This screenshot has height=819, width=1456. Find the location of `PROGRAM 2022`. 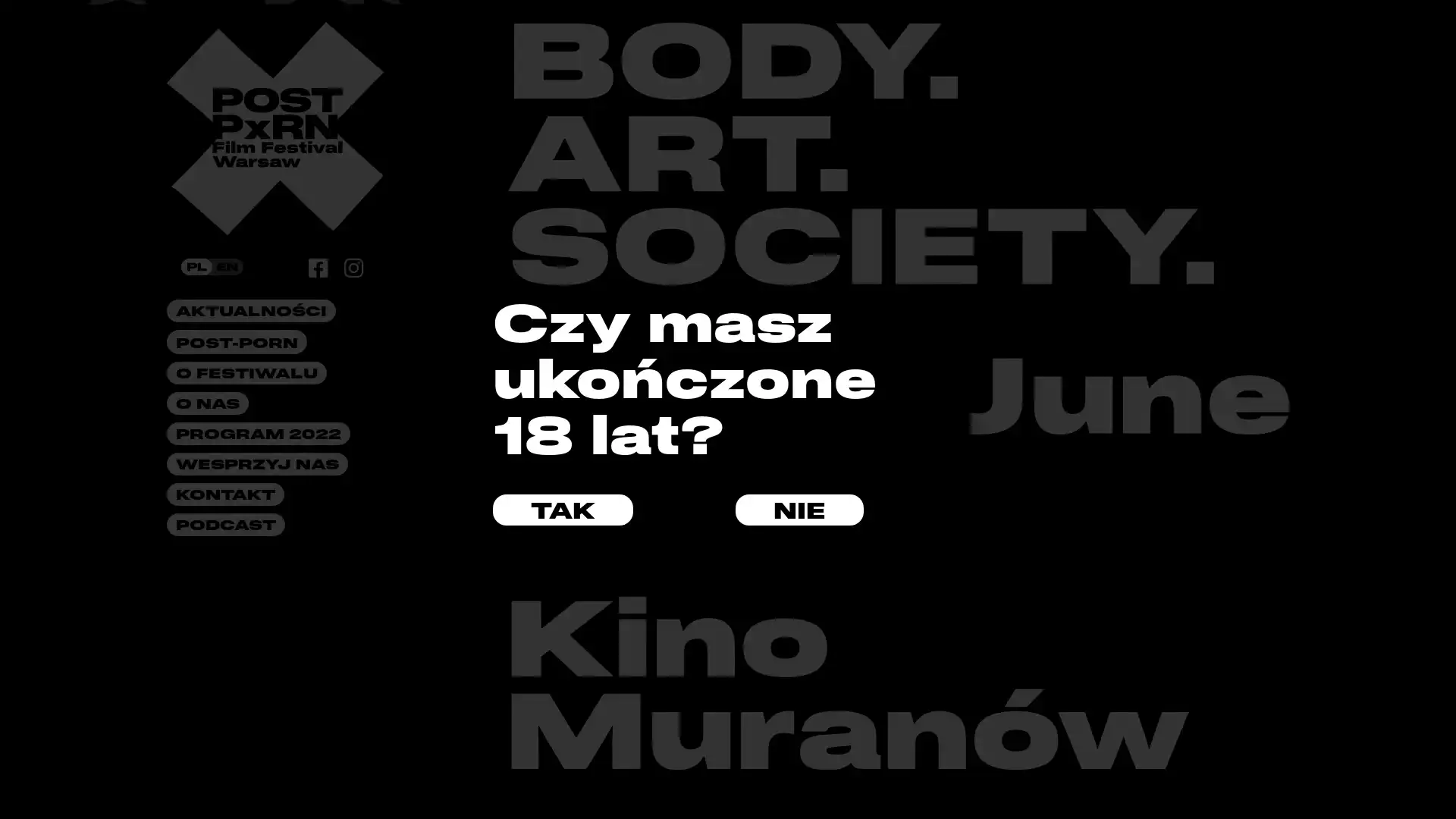

PROGRAM 2022 is located at coordinates (258, 433).